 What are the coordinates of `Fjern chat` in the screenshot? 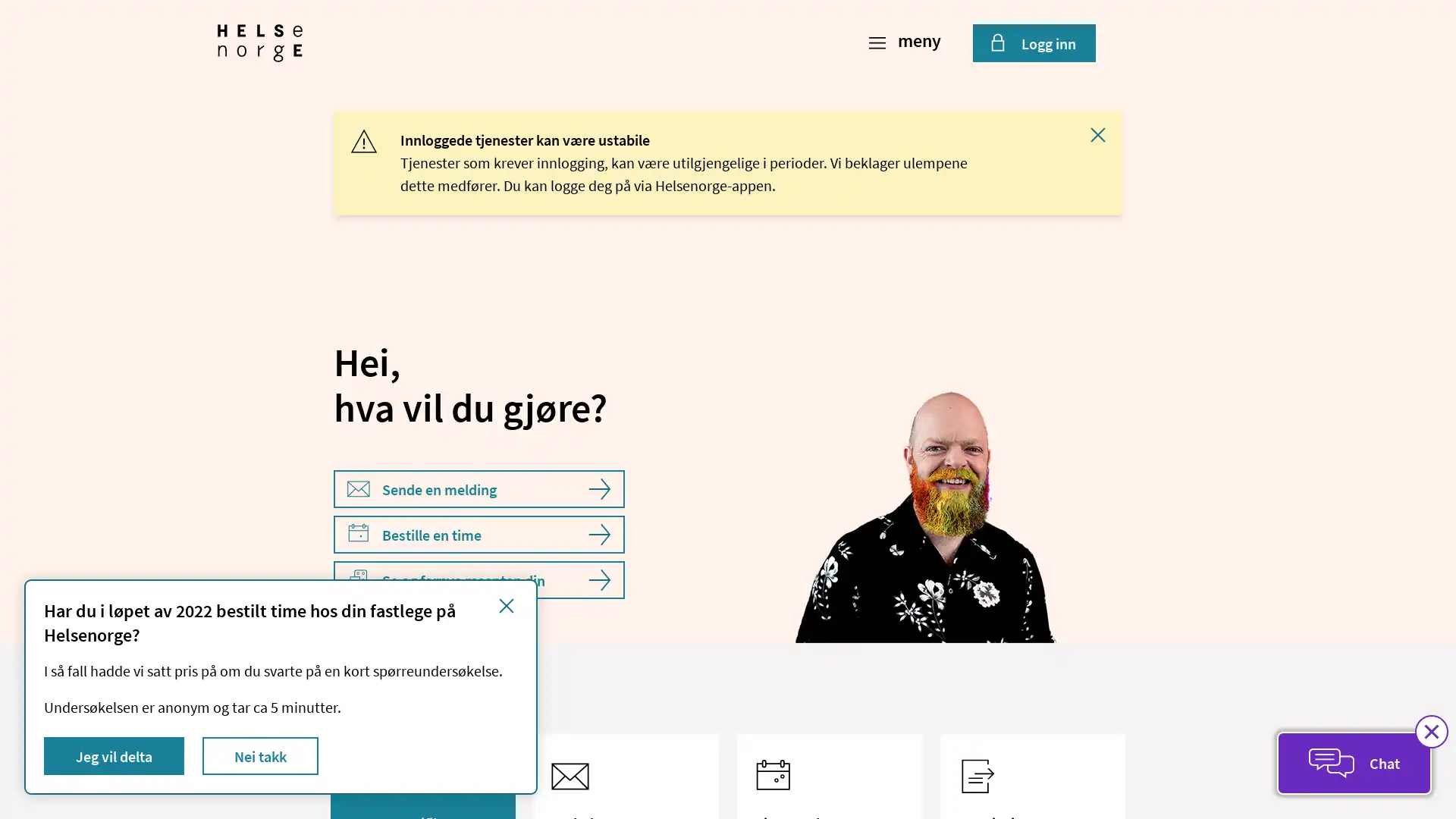 It's located at (1430, 730).